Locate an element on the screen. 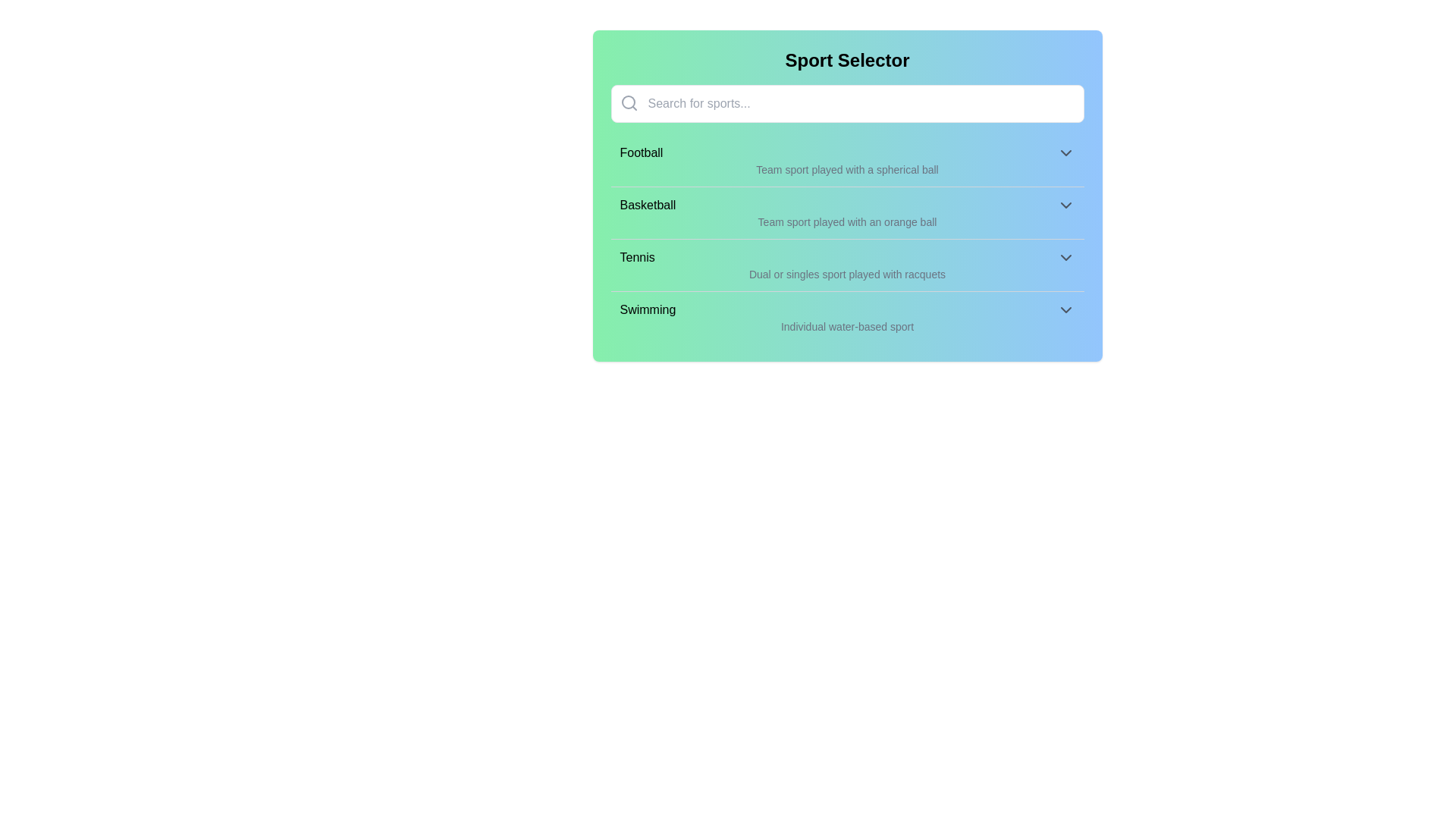 The image size is (1456, 819). the search input field adjacent to the search icon located at the top-left corner of the field is located at coordinates (629, 102).